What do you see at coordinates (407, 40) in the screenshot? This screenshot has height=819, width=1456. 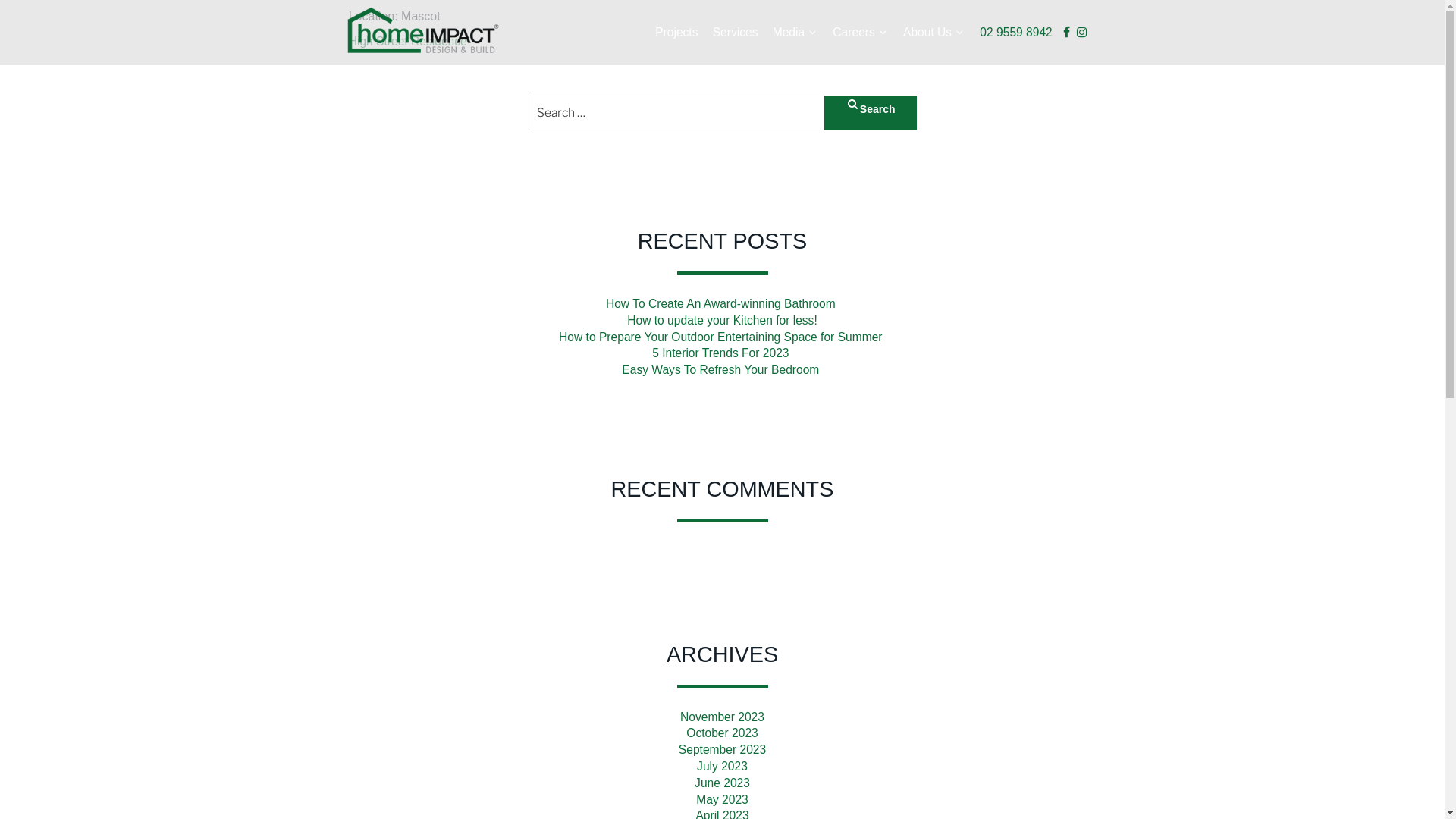 I see `'High Street Residence'` at bounding box center [407, 40].